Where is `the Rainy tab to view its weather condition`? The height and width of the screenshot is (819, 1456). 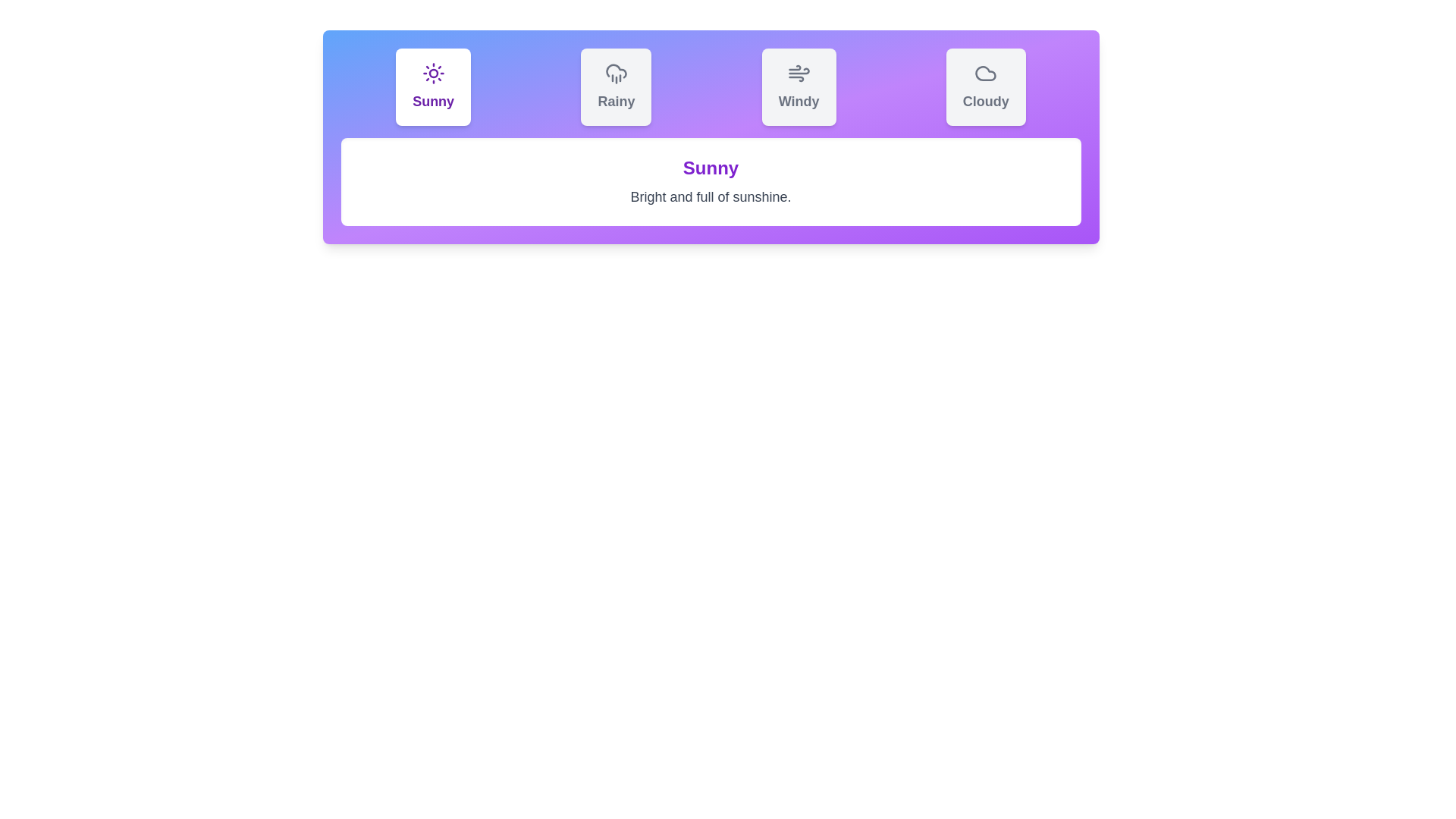 the Rainy tab to view its weather condition is located at coordinates (616, 87).